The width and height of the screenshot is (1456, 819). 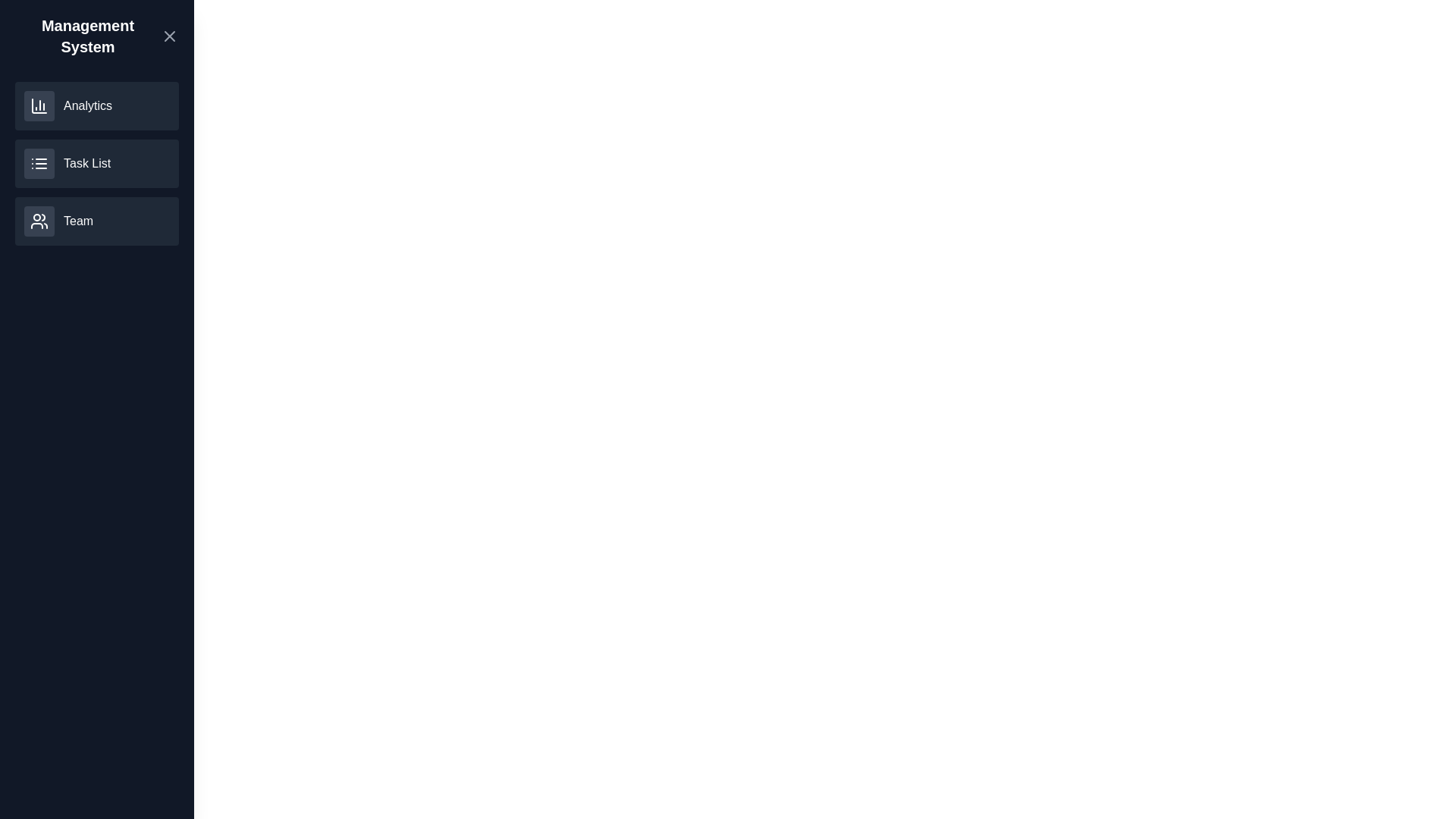 I want to click on the 'Team' section to select it, so click(x=96, y=221).